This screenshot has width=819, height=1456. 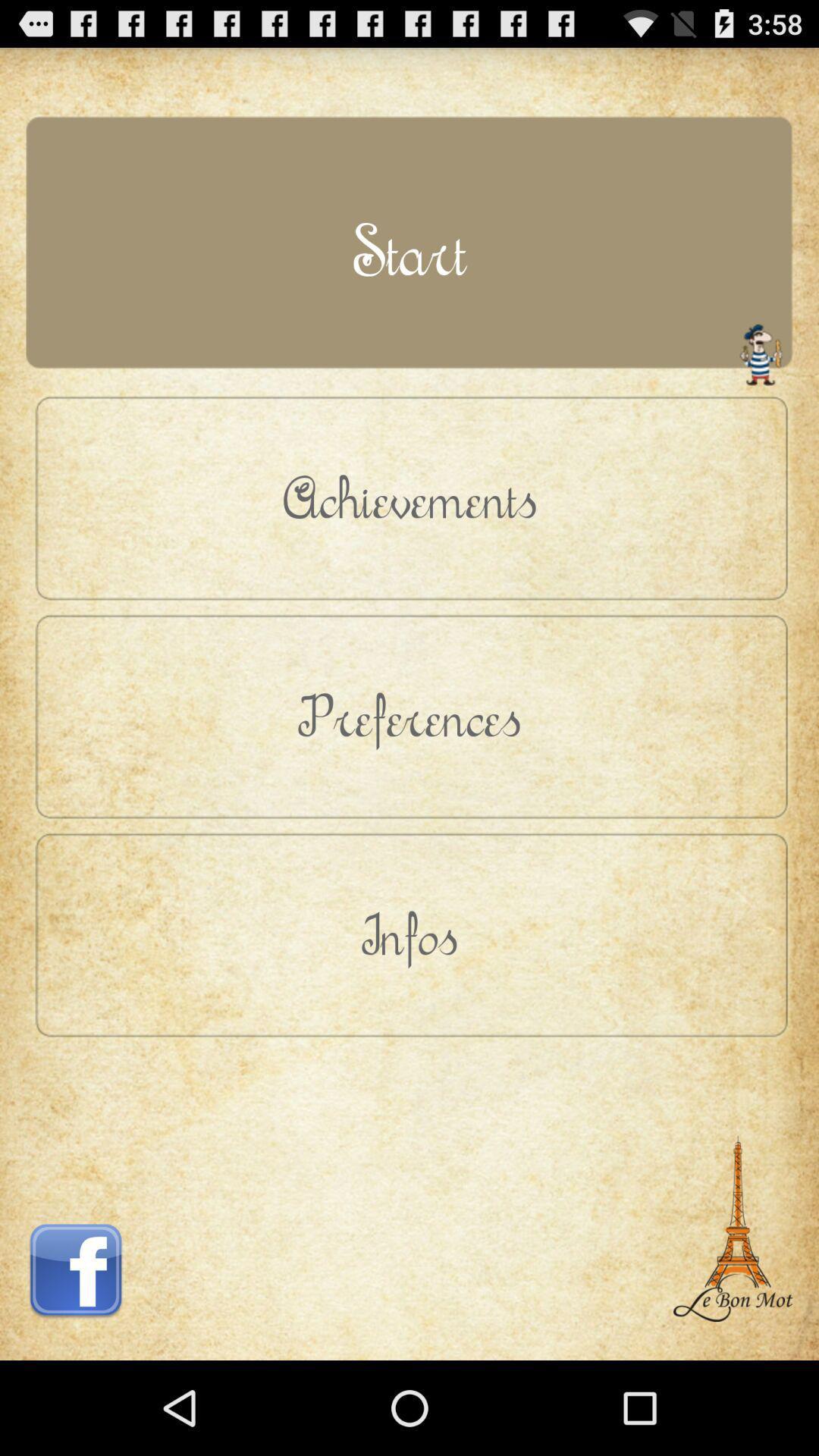 I want to click on preferences item, so click(x=409, y=715).